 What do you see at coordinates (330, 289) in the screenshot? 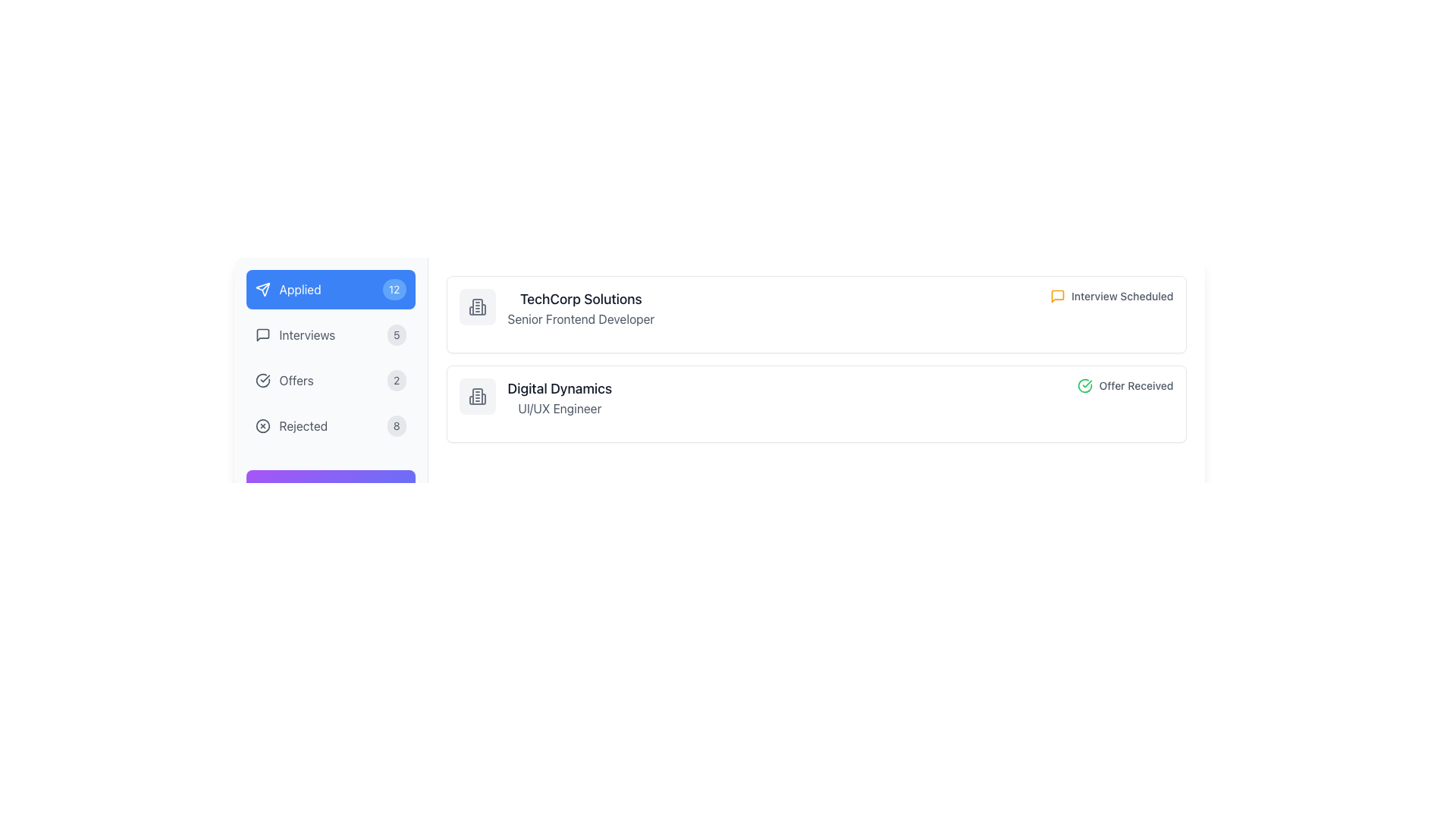
I see `the 'Applied' button located at the top of the vertical list` at bounding box center [330, 289].